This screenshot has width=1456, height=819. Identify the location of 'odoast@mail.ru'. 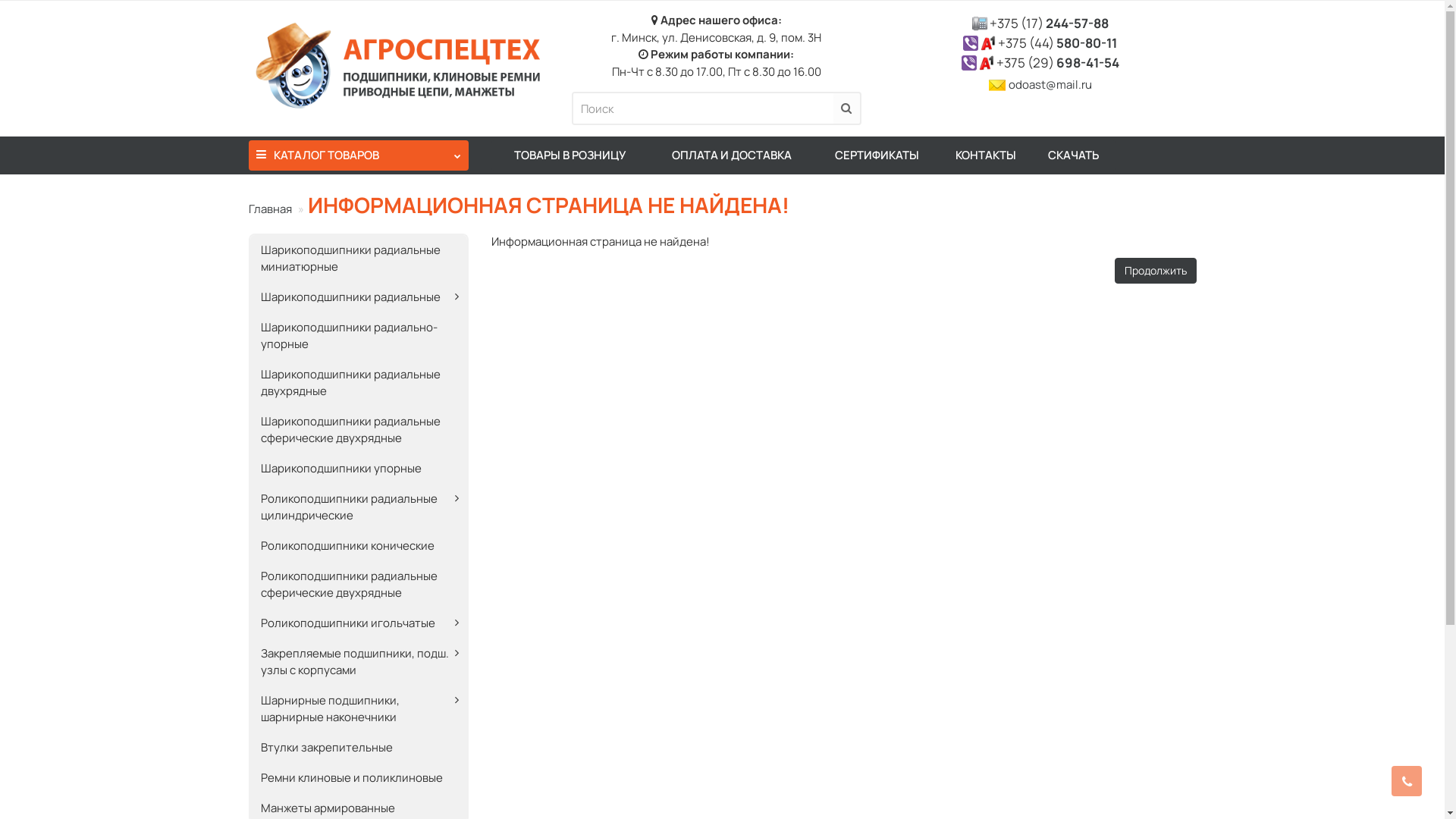
(1050, 84).